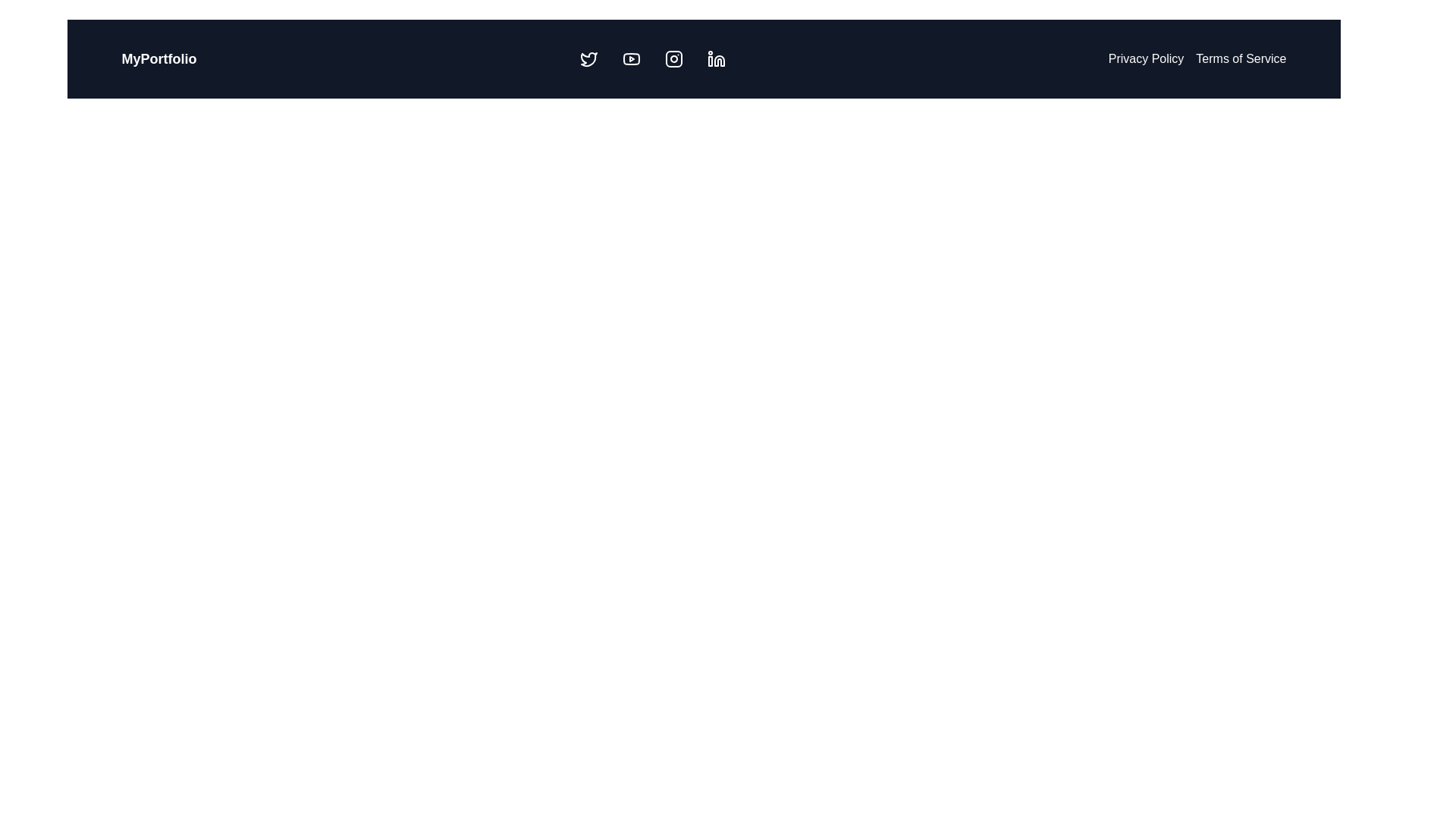 Image resolution: width=1456 pixels, height=819 pixels. I want to click on the LinkedIn logo icon, which is a small clickable icon featuring a white 'in' symbol within a rounded square, located at the top-right corner of the interface, so click(715, 58).